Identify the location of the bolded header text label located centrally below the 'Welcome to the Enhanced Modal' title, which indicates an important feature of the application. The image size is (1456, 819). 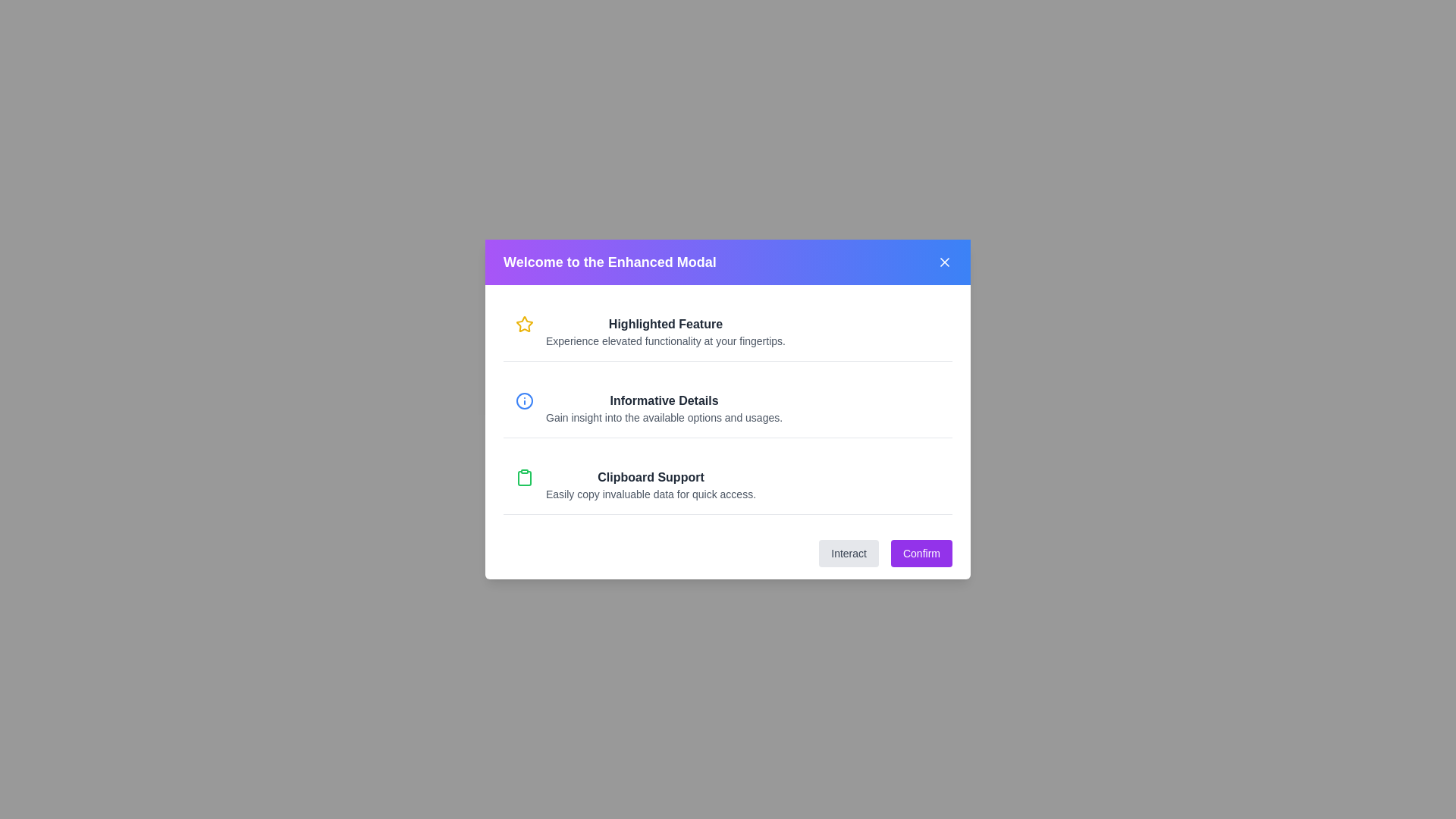
(666, 324).